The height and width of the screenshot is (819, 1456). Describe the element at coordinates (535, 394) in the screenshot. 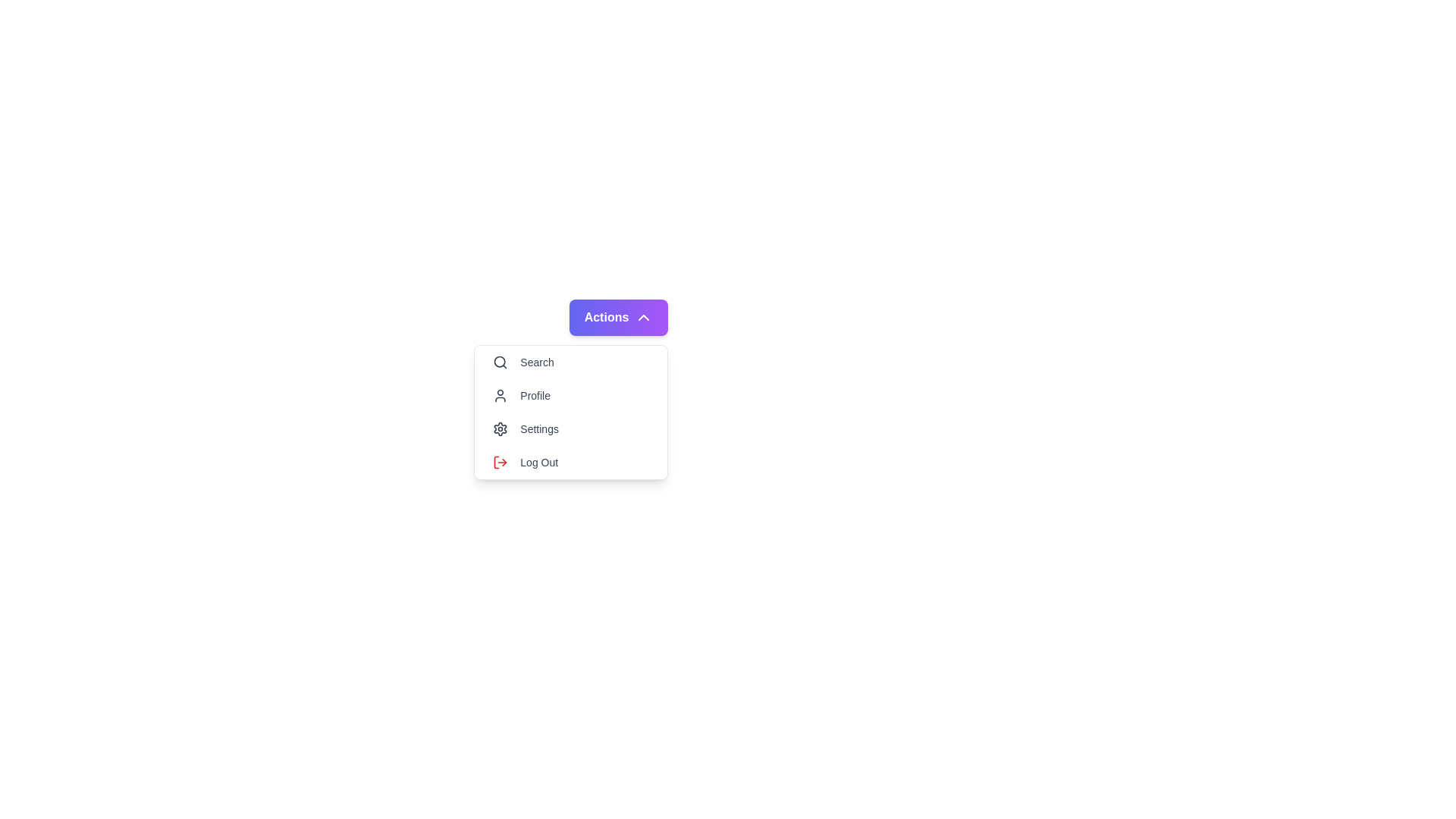

I see `the 'Profile' text label, which is styled in gray sans-serif font and positioned below 'Search' in the dropdown menu` at that location.